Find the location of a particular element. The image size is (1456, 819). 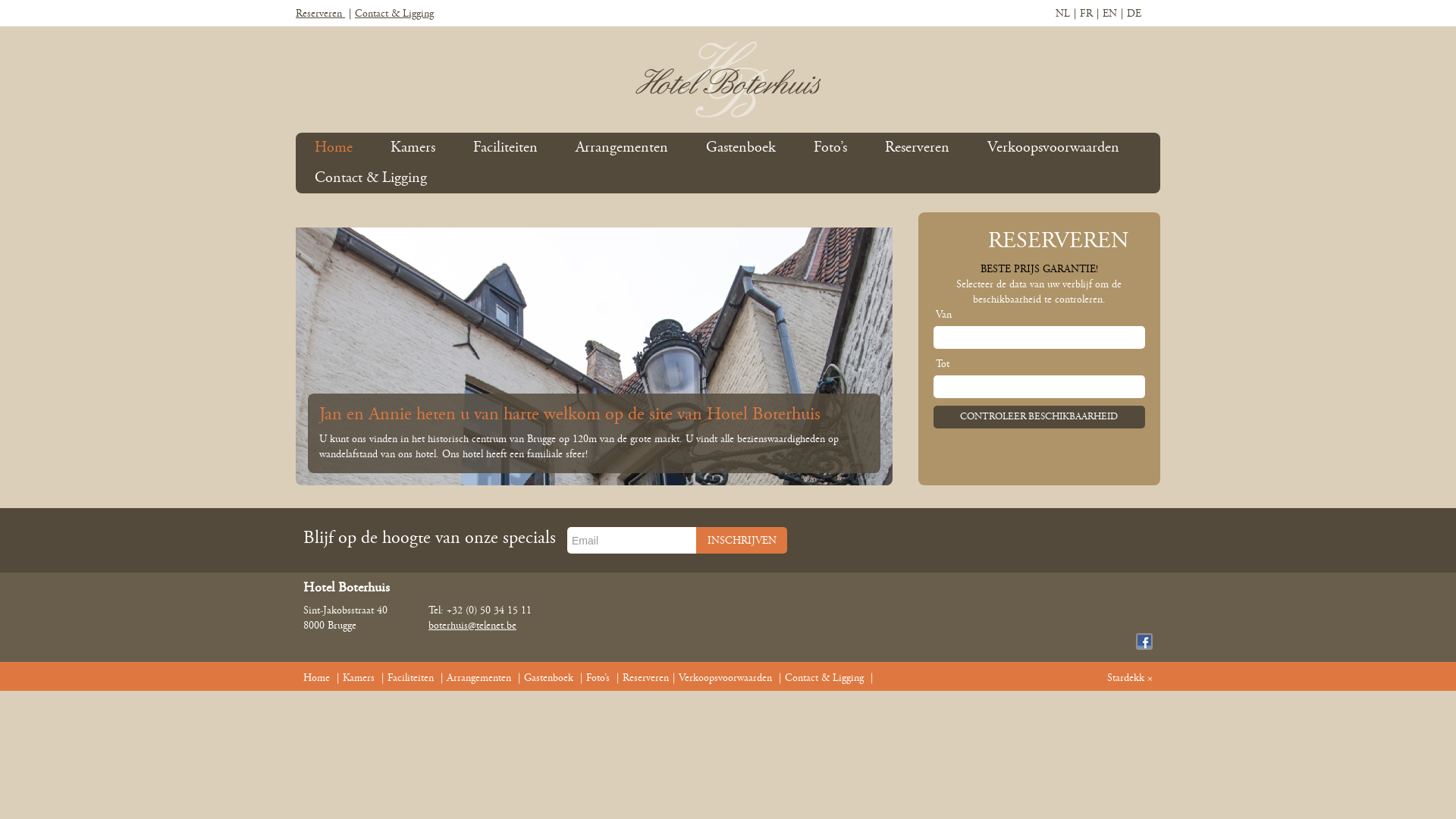

'Controleer beschikbaarheid' is located at coordinates (1038, 417).